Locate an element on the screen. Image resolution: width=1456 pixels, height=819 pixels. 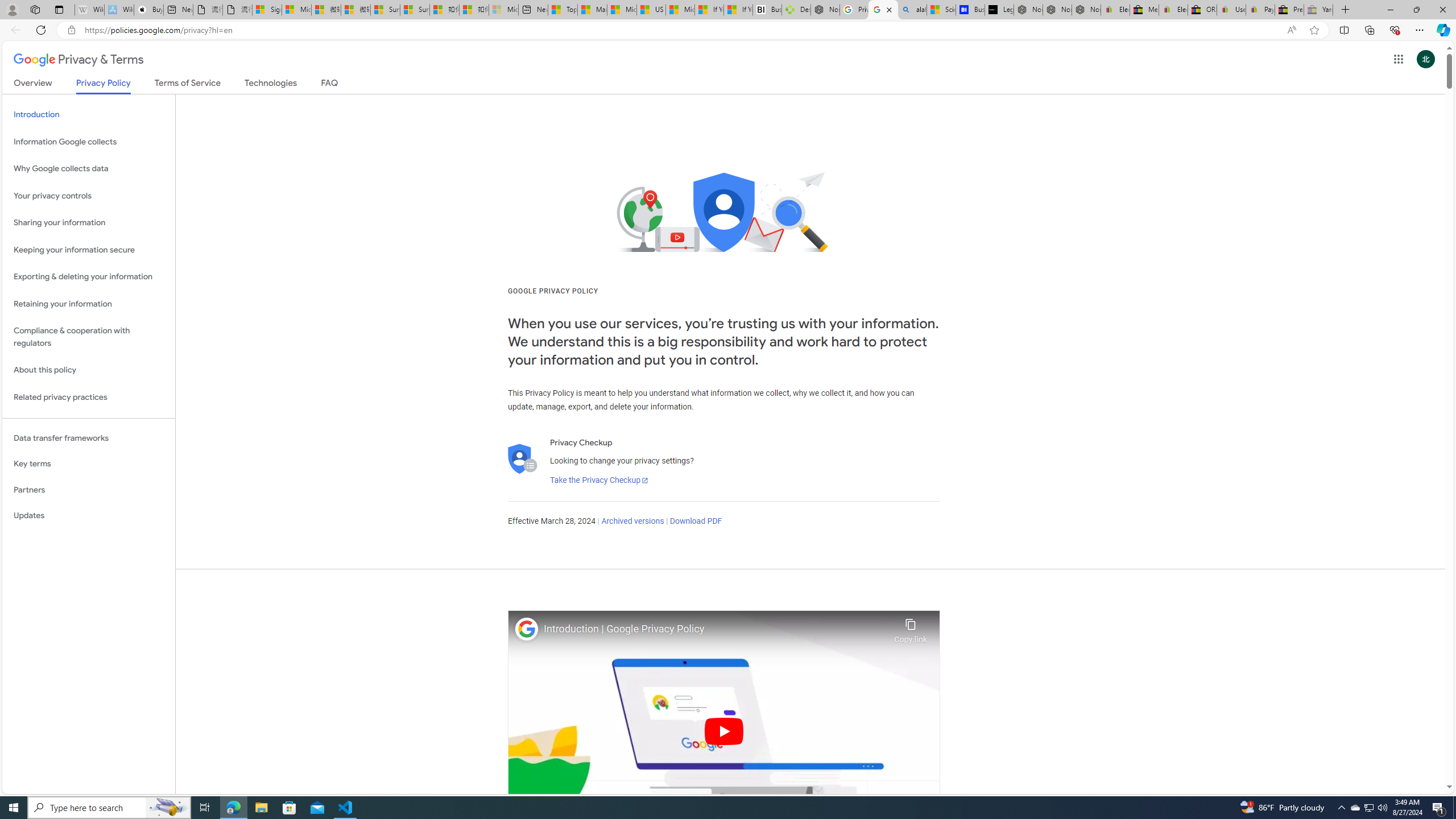
'Exporting & deleting your information' is located at coordinates (88, 276).